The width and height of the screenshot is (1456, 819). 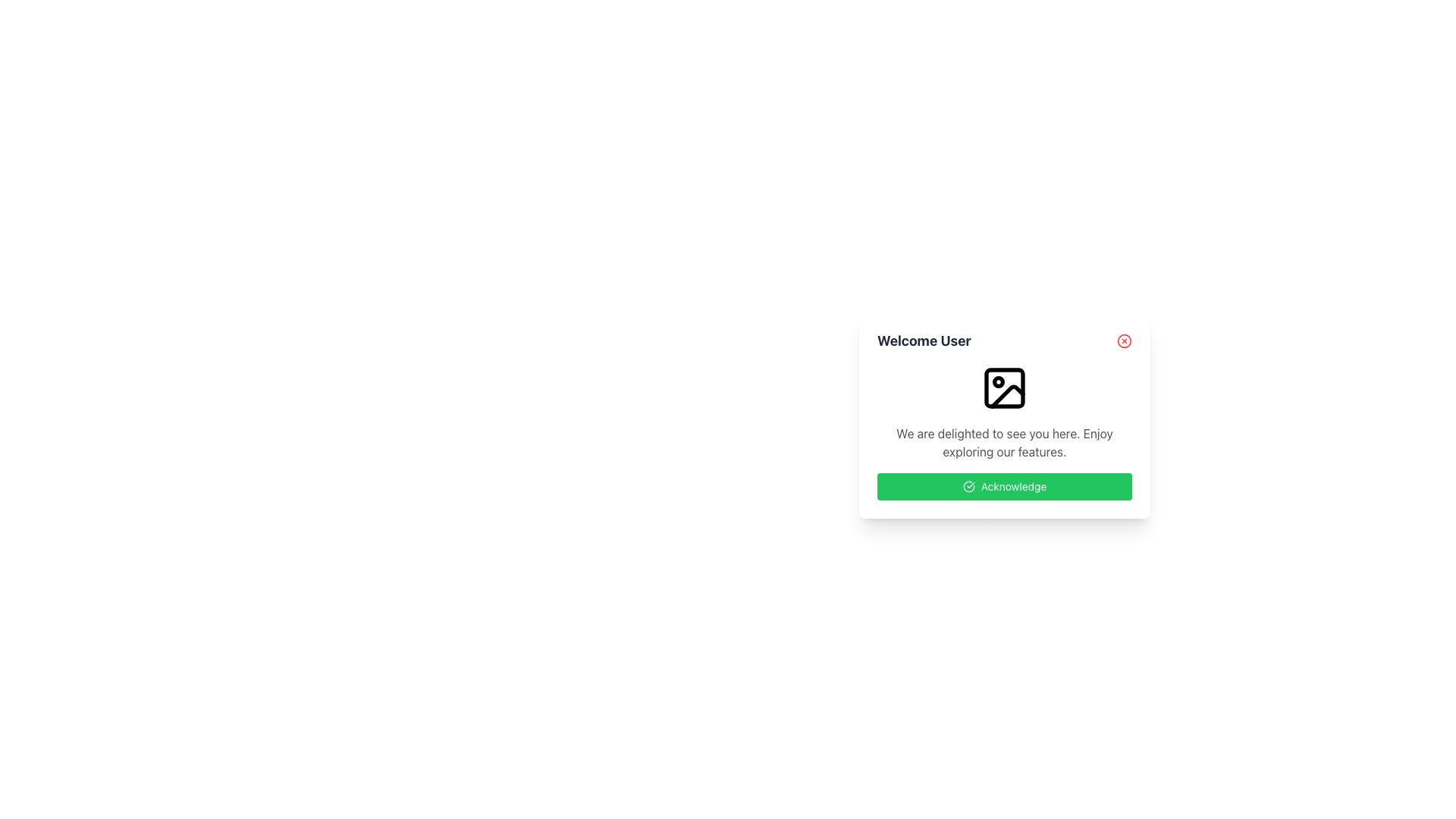 I want to click on the SVG icon representing a circular check mark symbol located inside the green button labeled 'Acknowledge' at the bottom-center of the modal, so click(x=968, y=486).